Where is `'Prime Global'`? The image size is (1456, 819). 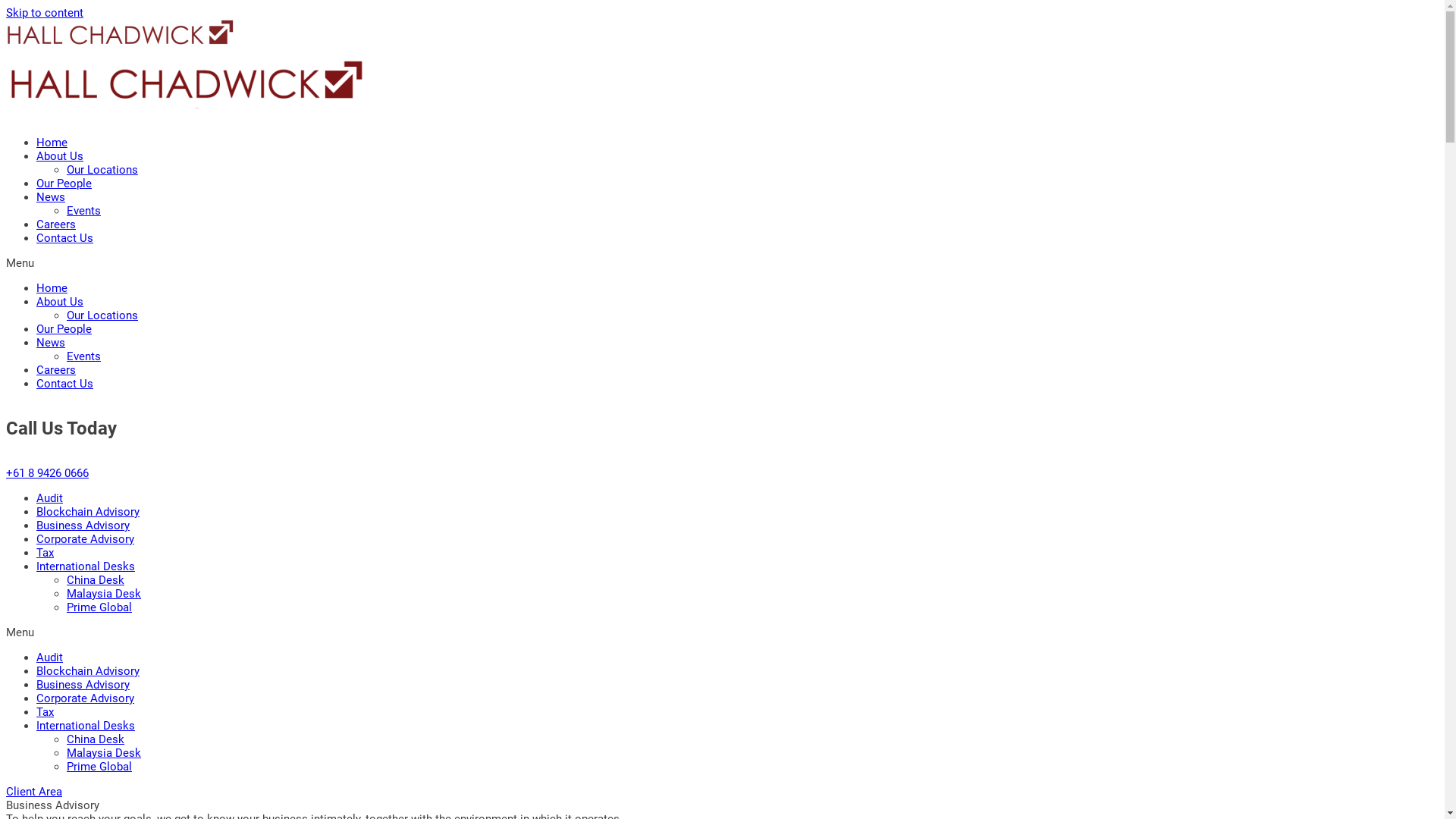
'Prime Global' is located at coordinates (98, 607).